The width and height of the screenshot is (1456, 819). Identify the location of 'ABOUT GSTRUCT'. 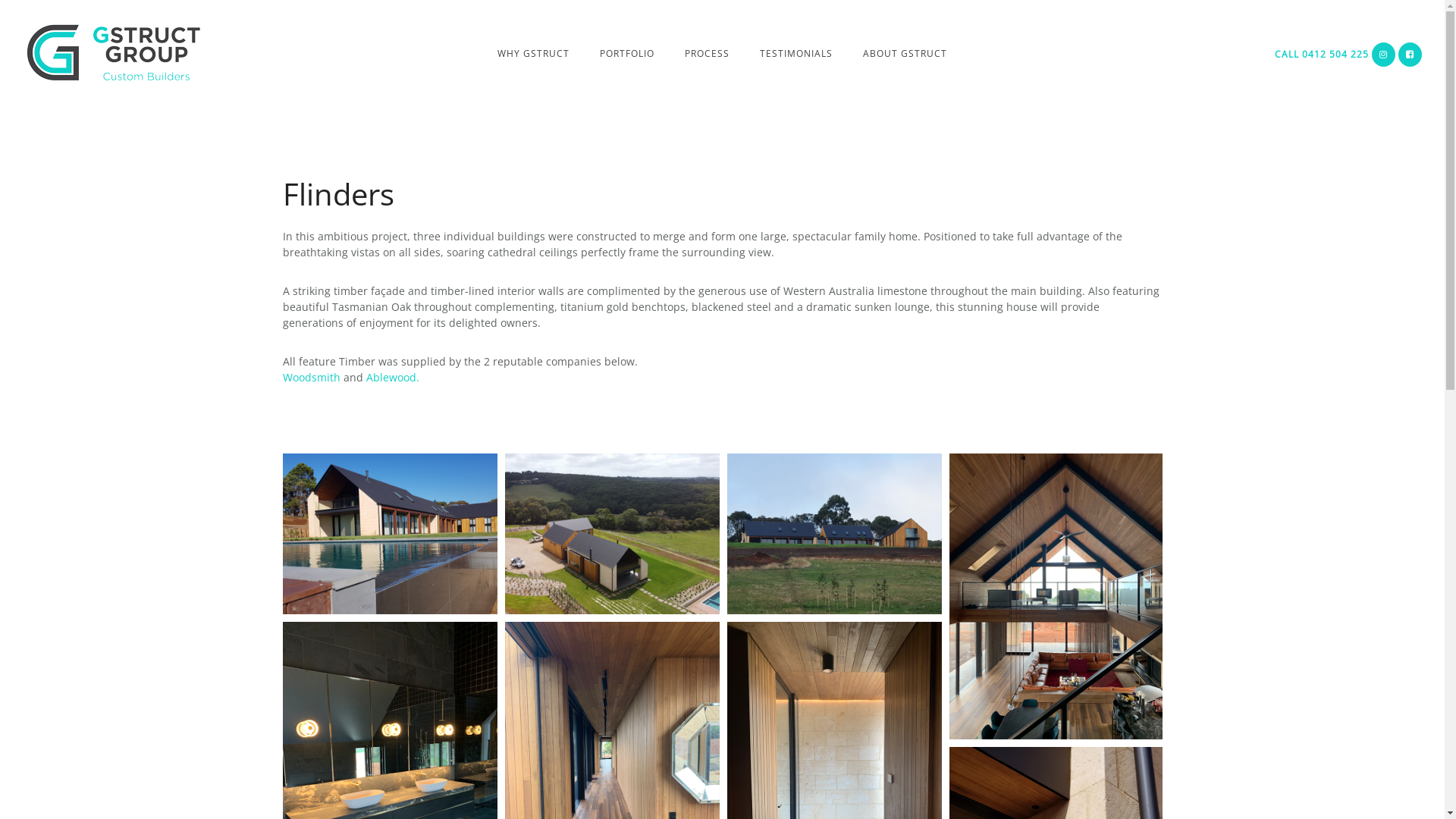
(905, 52).